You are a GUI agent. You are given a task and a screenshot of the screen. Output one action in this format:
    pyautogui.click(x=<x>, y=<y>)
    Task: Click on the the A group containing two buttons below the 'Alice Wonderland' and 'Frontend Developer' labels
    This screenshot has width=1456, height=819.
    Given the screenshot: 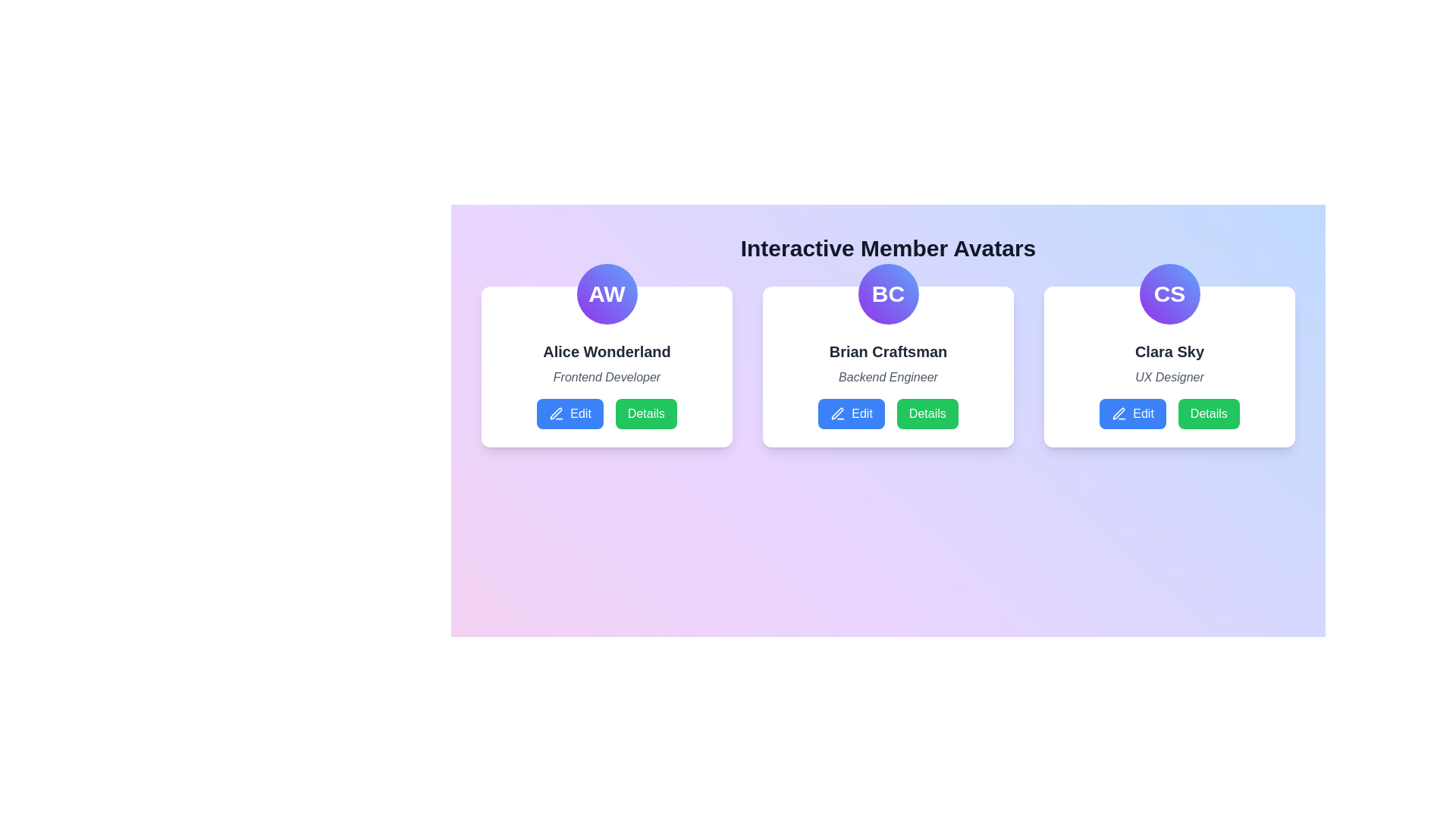 What is the action you would take?
    pyautogui.click(x=607, y=414)
    